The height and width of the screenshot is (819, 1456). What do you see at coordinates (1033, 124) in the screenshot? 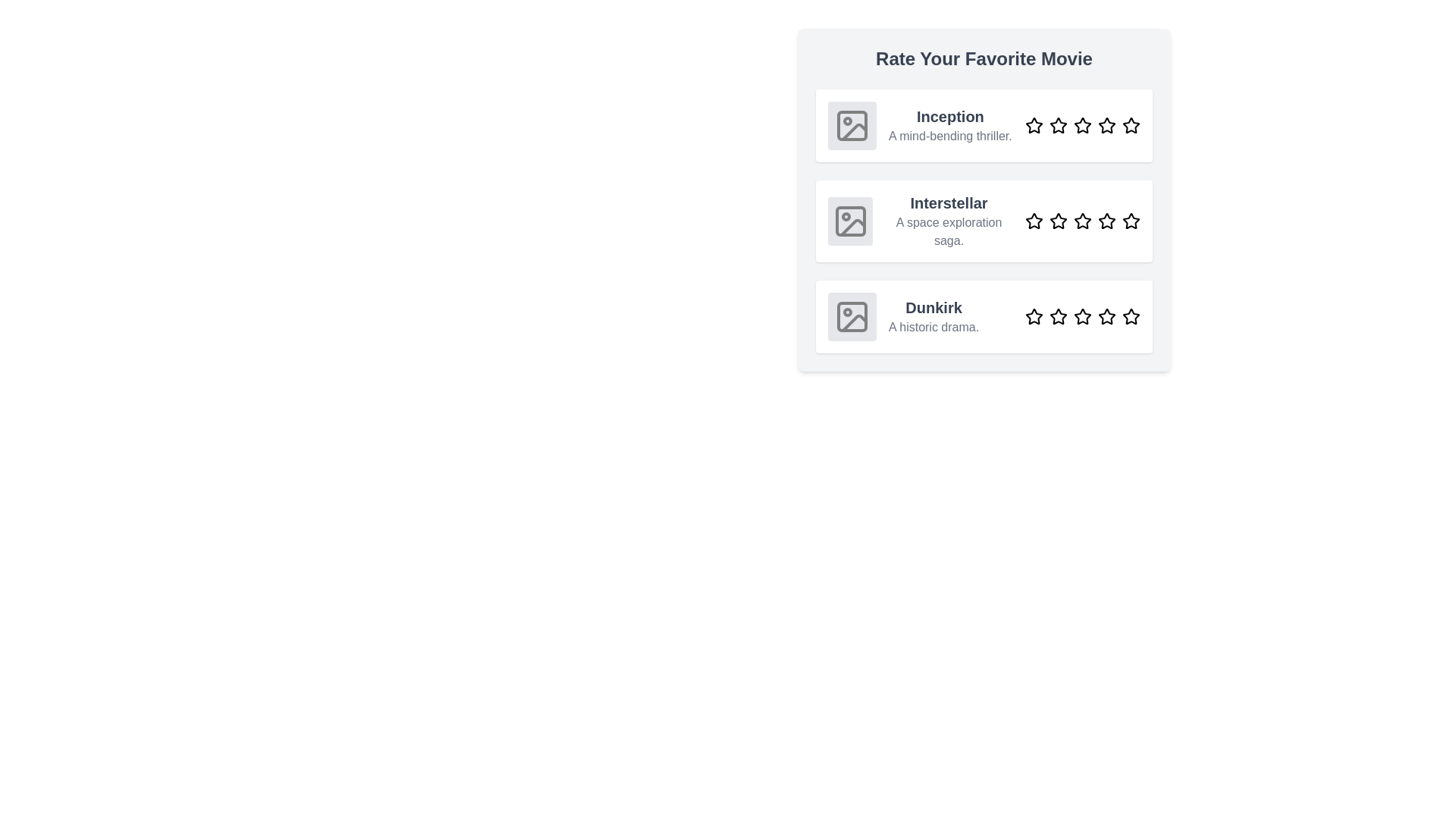
I see `the first rating star button for the movie` at bounding box center [1033, 124].